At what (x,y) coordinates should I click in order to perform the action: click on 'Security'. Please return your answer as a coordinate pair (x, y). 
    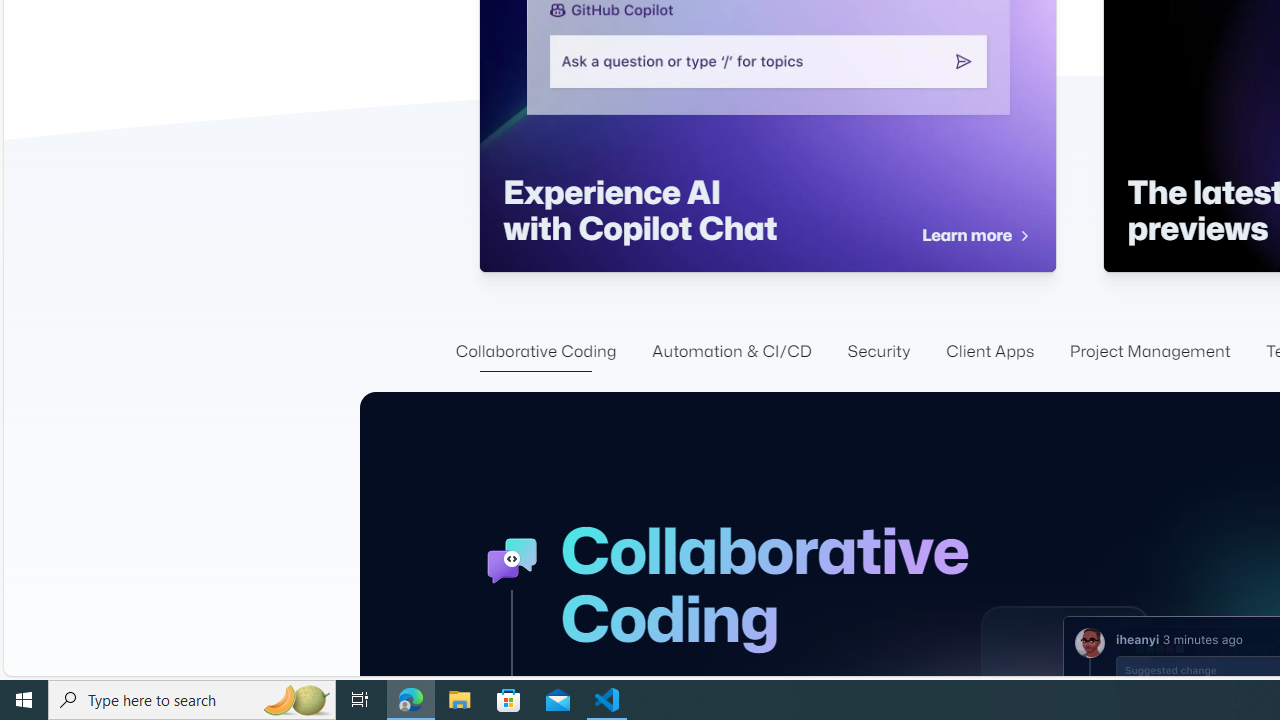
    Looking at the image, I should click on (879, 351).